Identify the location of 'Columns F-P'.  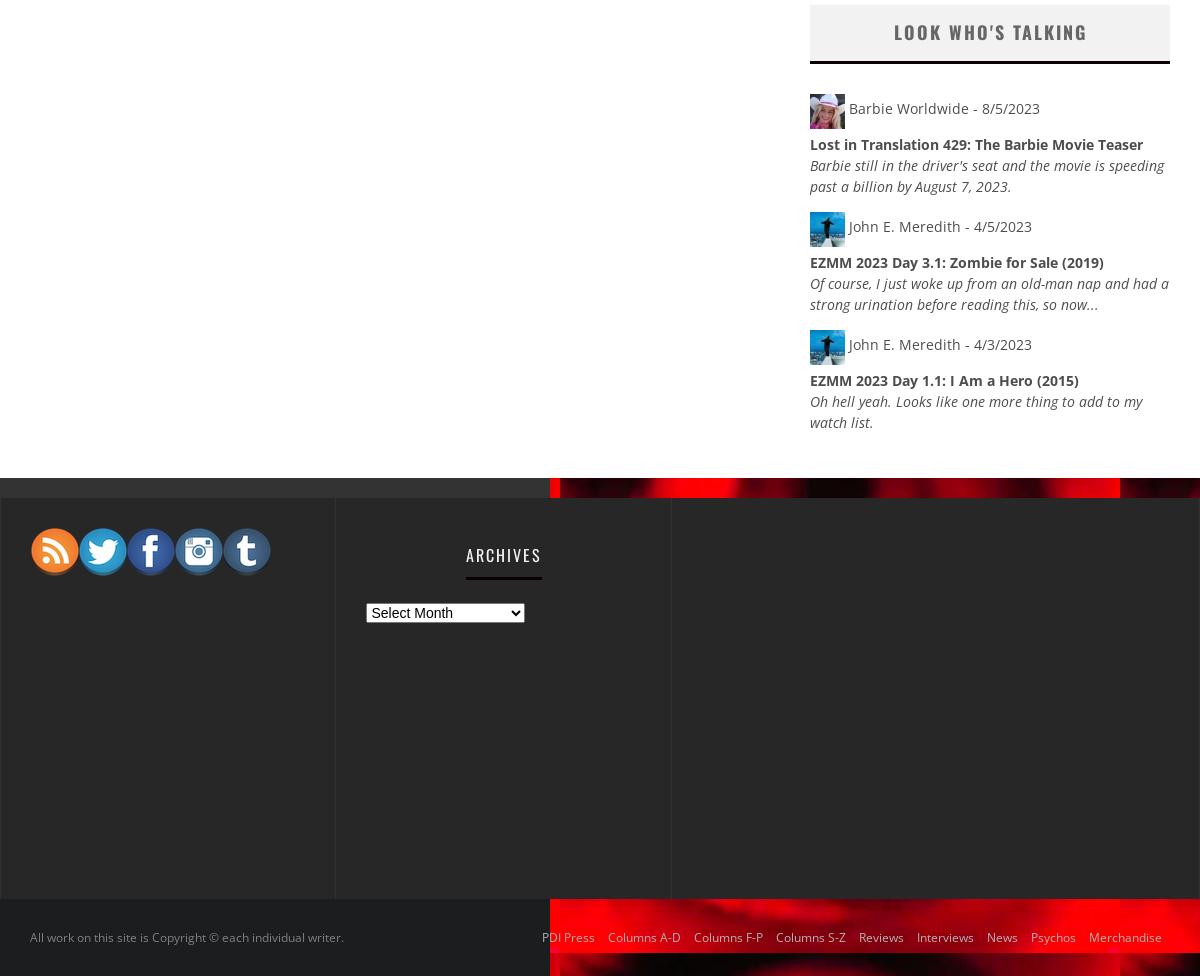
(728, 936).